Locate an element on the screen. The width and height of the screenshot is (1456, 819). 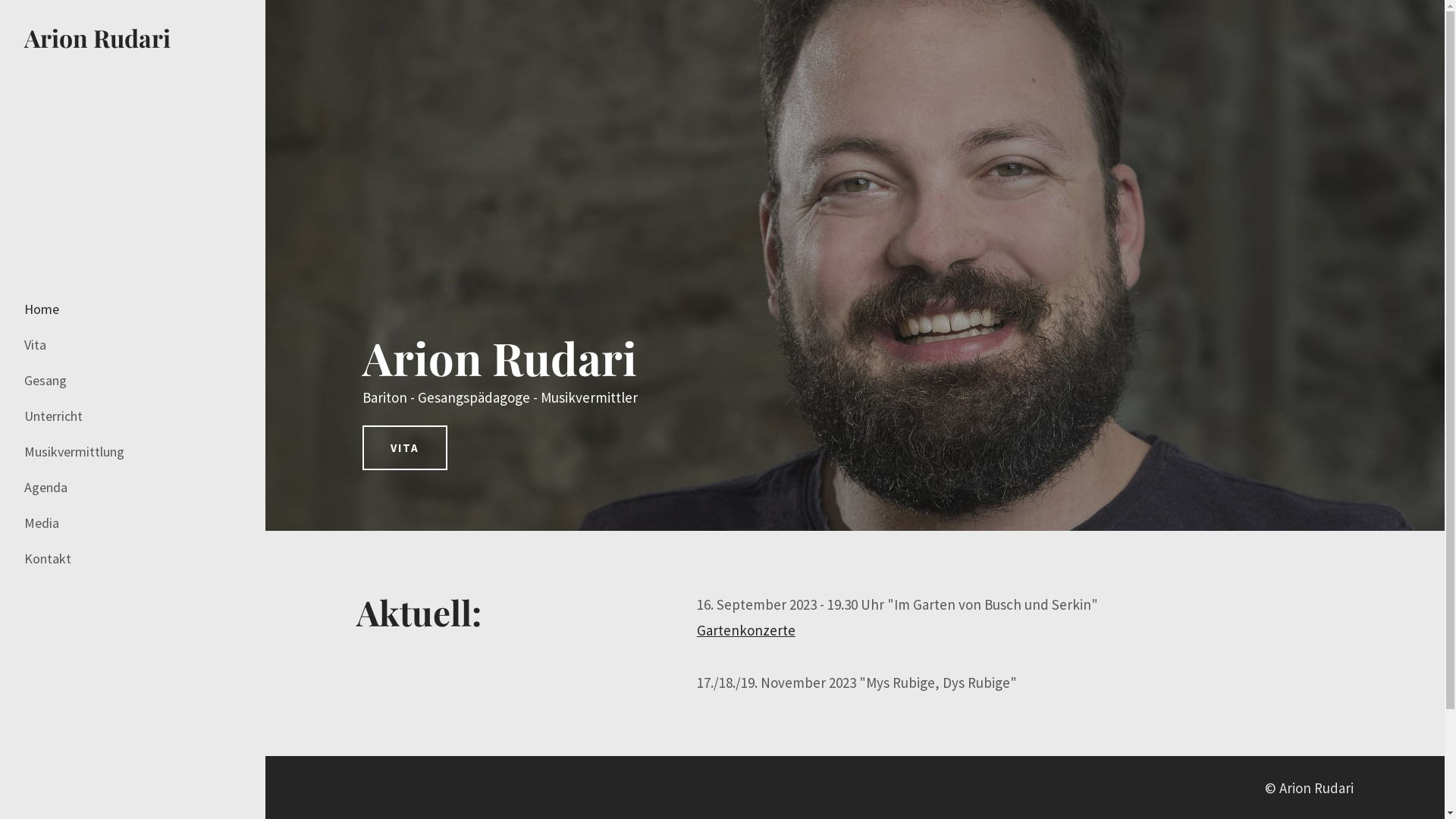
'Media' is located at coordinates (46, 522).